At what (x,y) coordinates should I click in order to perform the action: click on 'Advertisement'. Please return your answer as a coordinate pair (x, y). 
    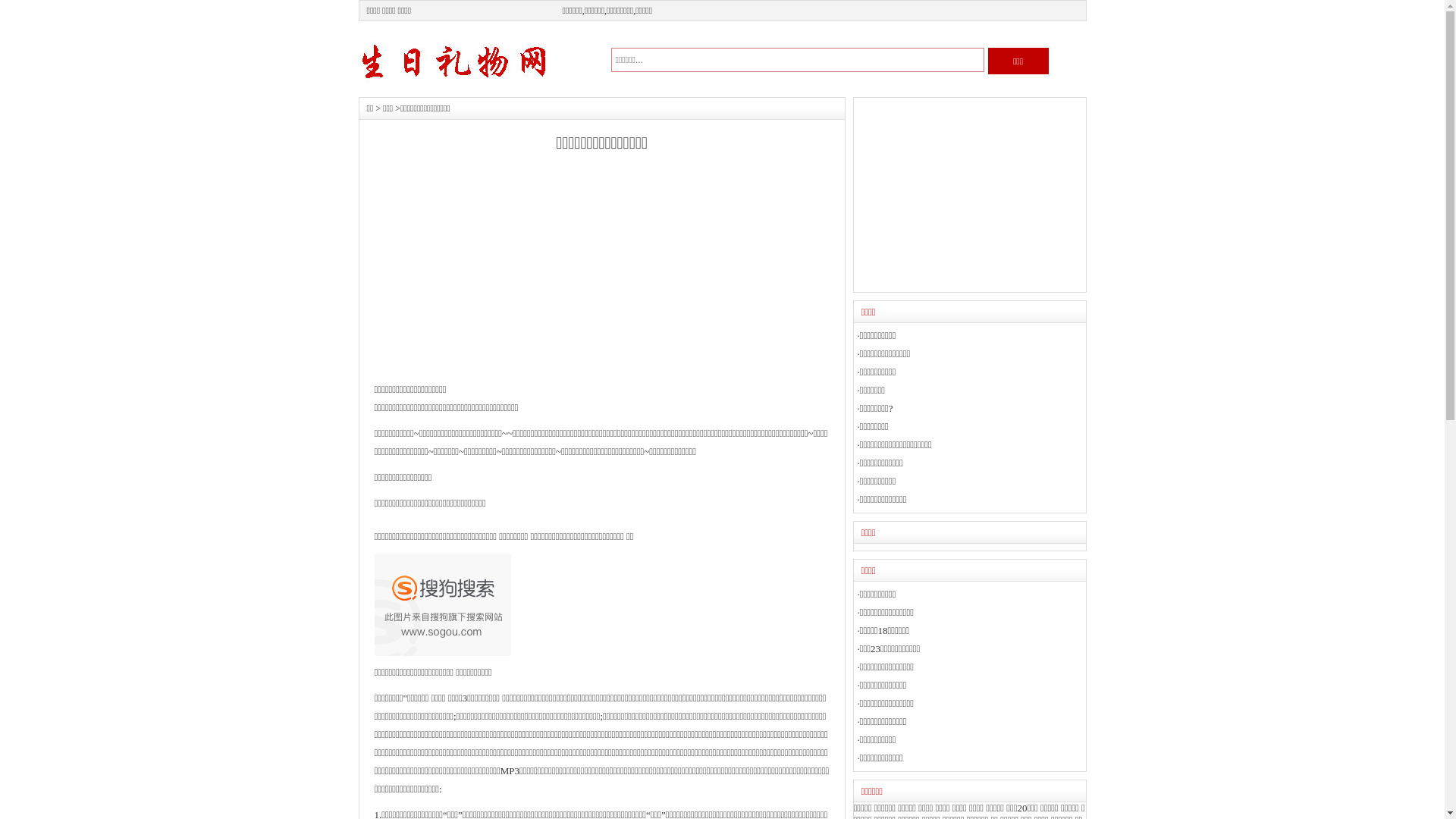
    Looking at the image, I should click on (968, 194).